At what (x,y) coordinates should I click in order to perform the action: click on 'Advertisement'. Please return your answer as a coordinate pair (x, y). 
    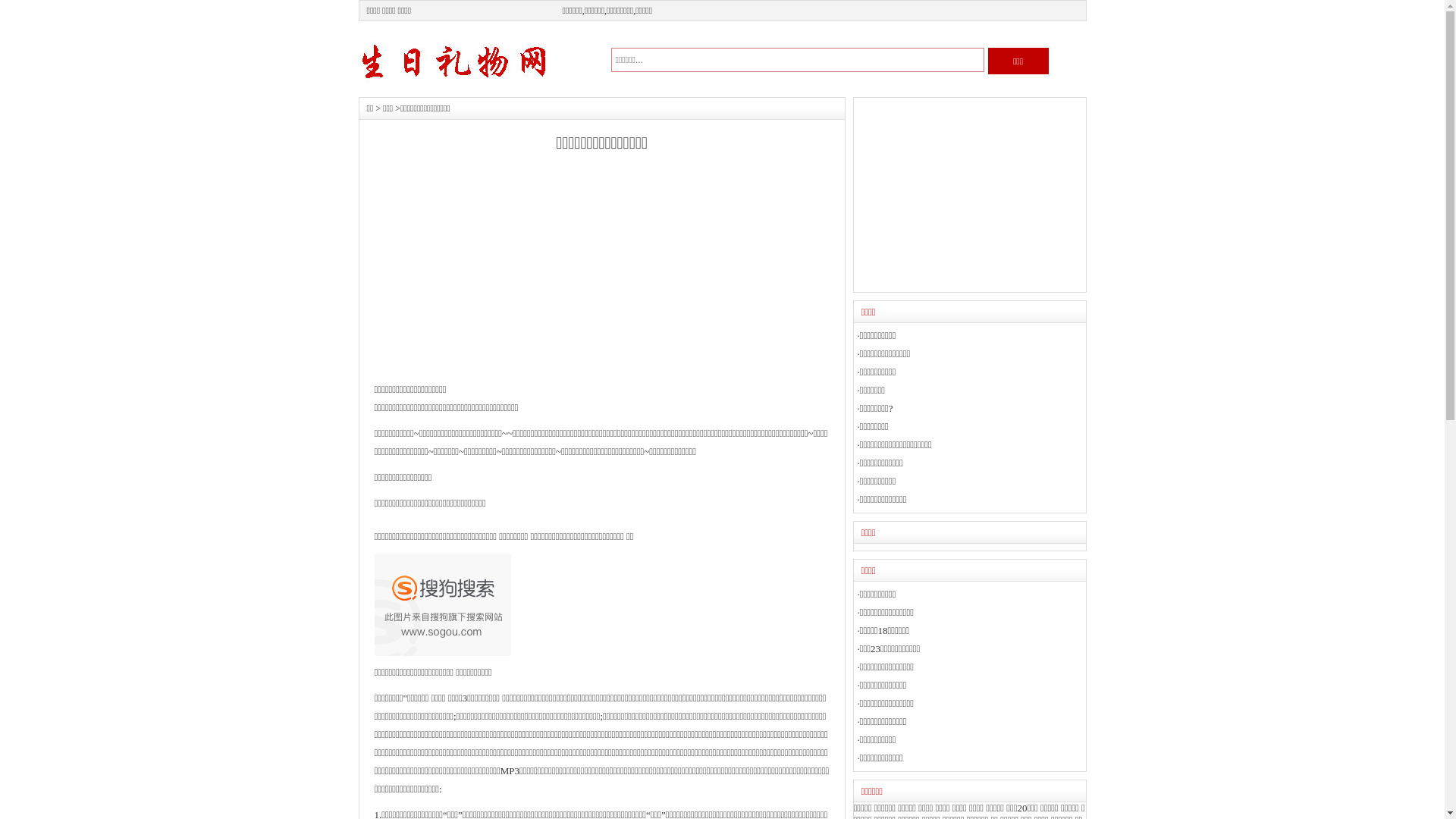
    Looking at the image, I should click on (968, 194).